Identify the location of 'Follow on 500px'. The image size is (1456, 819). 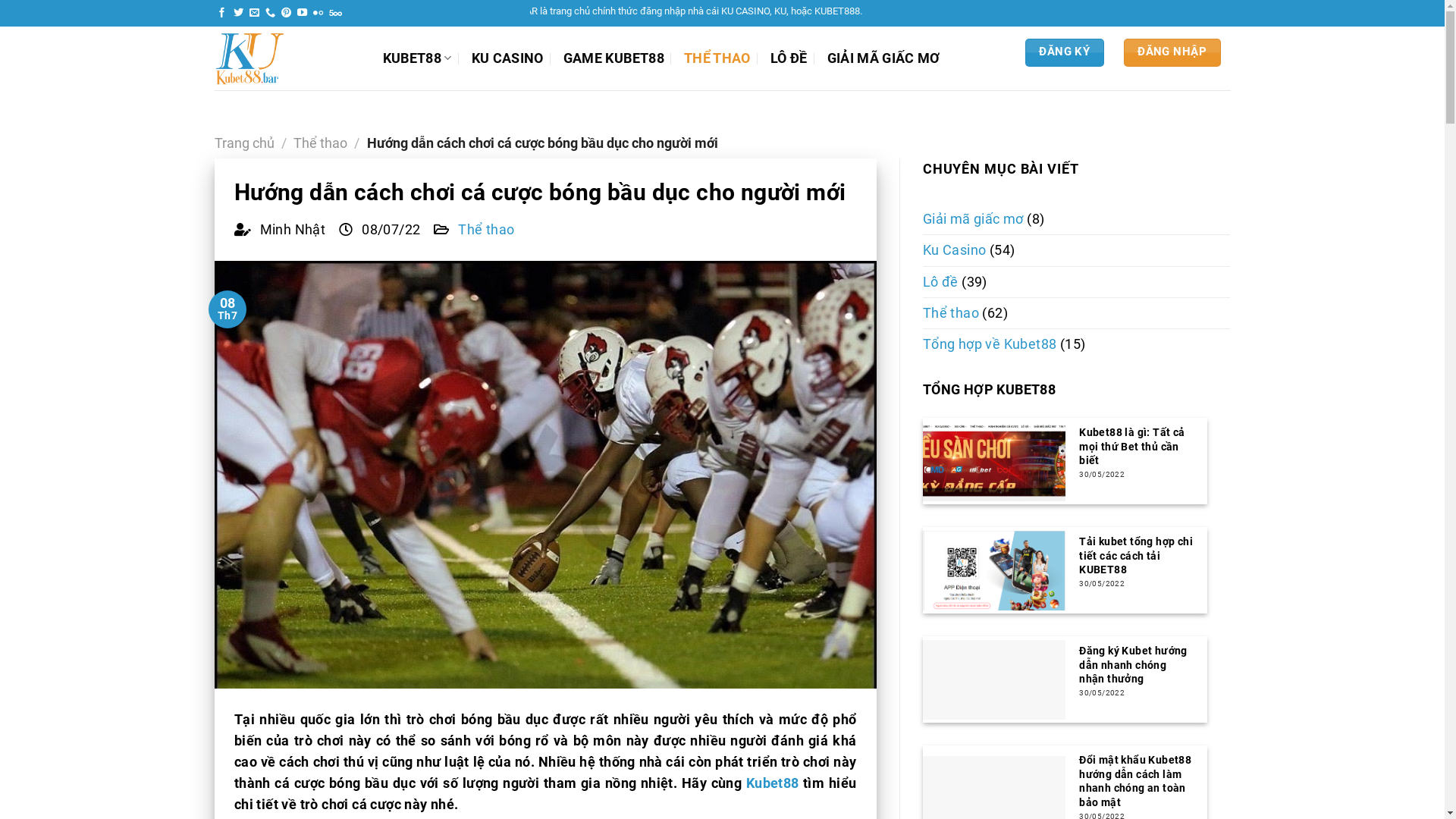
(328, 13).